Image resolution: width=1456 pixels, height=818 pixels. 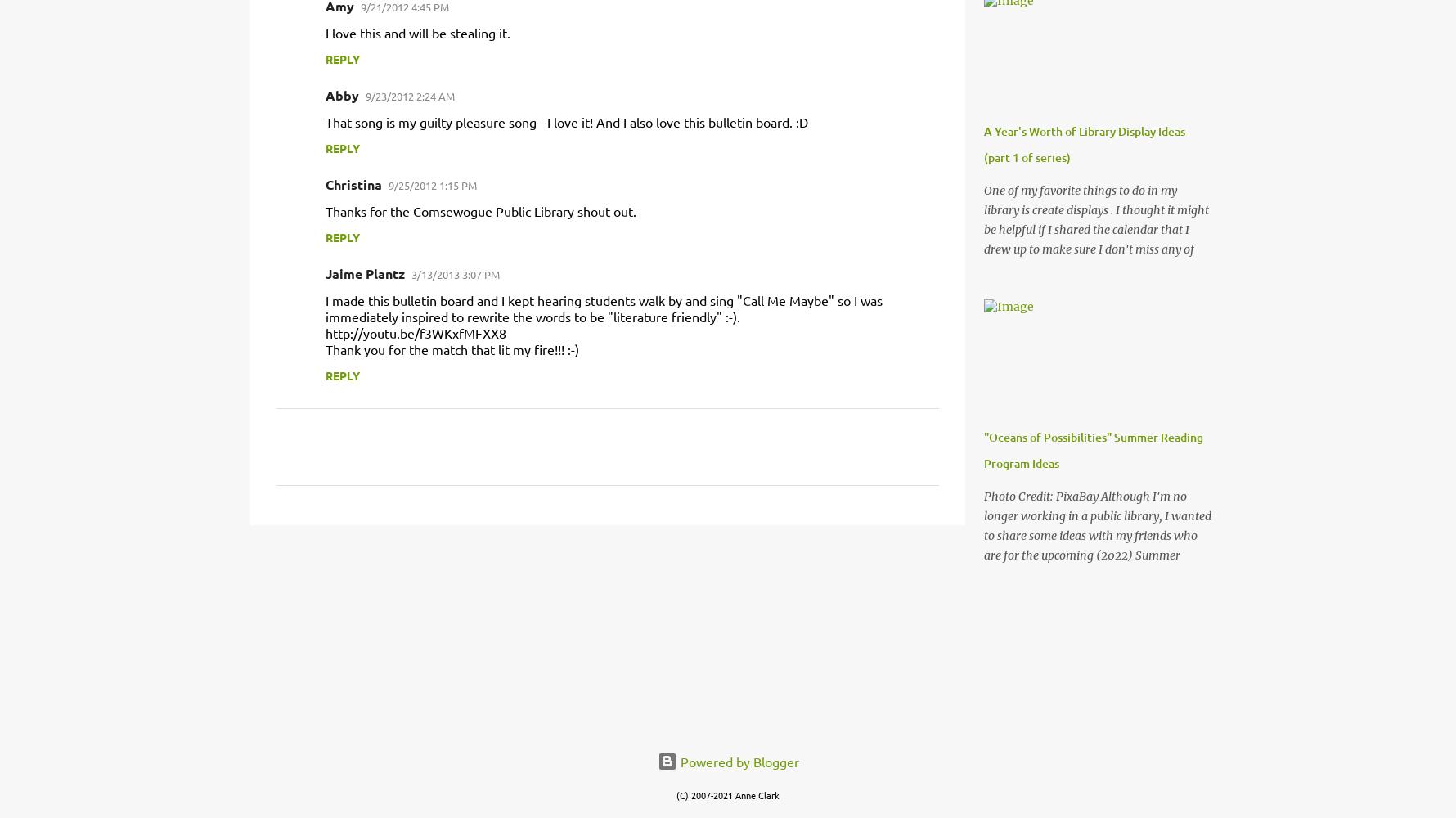 I want to click on '3/13/2013 3:07 PM', so click(x=454, y=273).